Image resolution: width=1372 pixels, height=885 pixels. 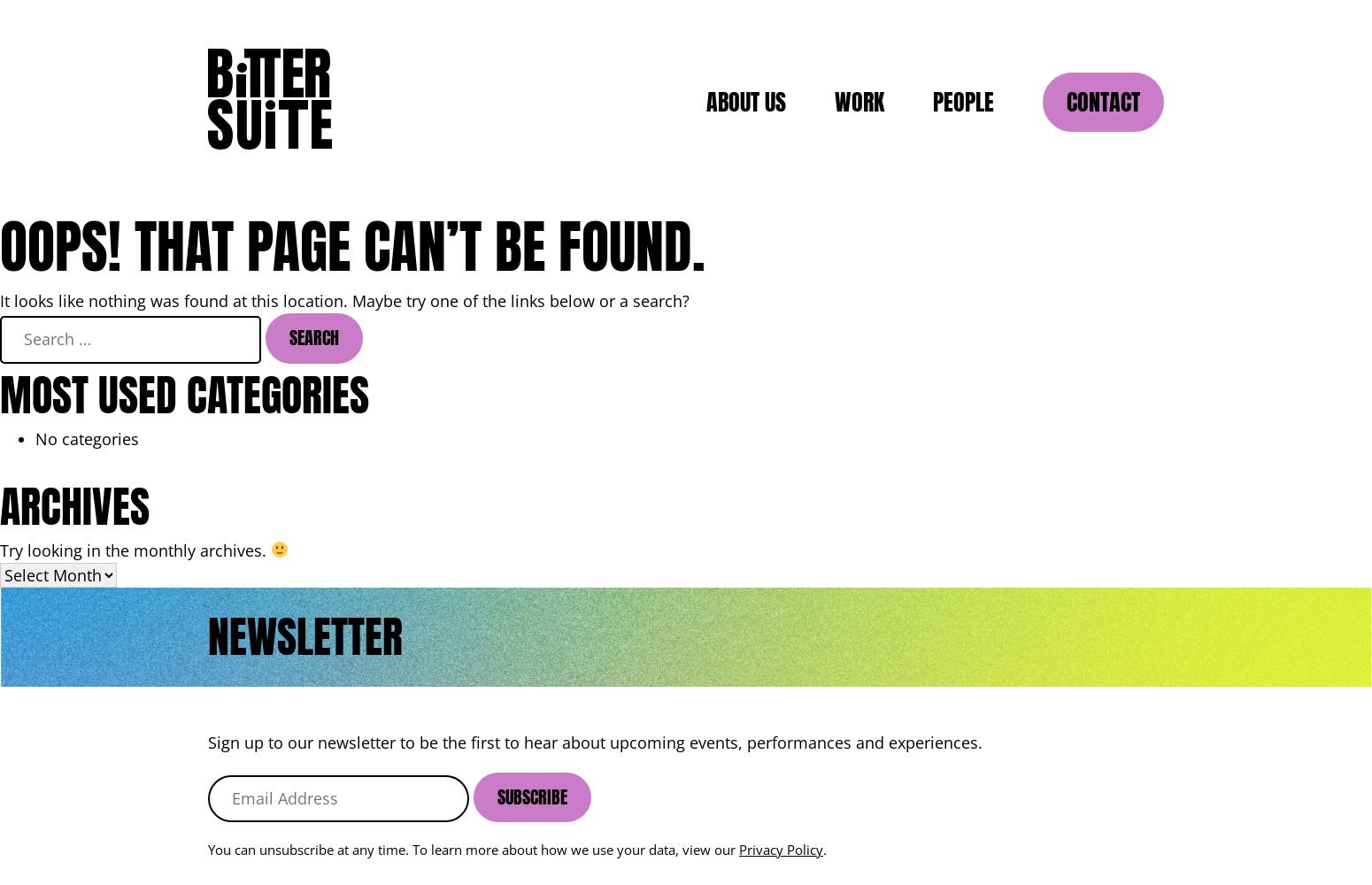 What do you see at coordinates (34, 437) in the screenshot?
I see `'No categories'` at bounding box center [34, 437].